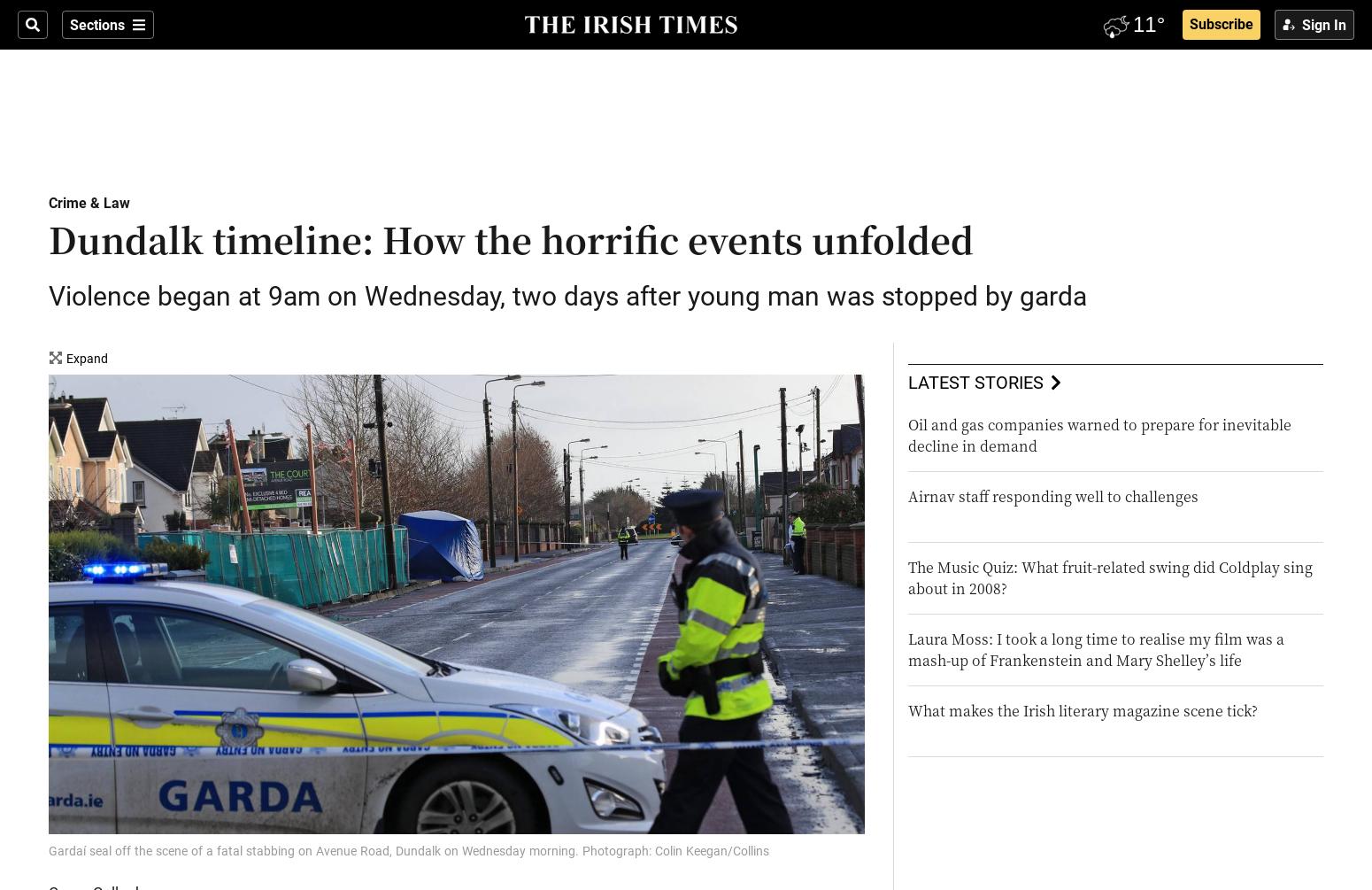  I want to click on 'Sections', so click(70, 25).